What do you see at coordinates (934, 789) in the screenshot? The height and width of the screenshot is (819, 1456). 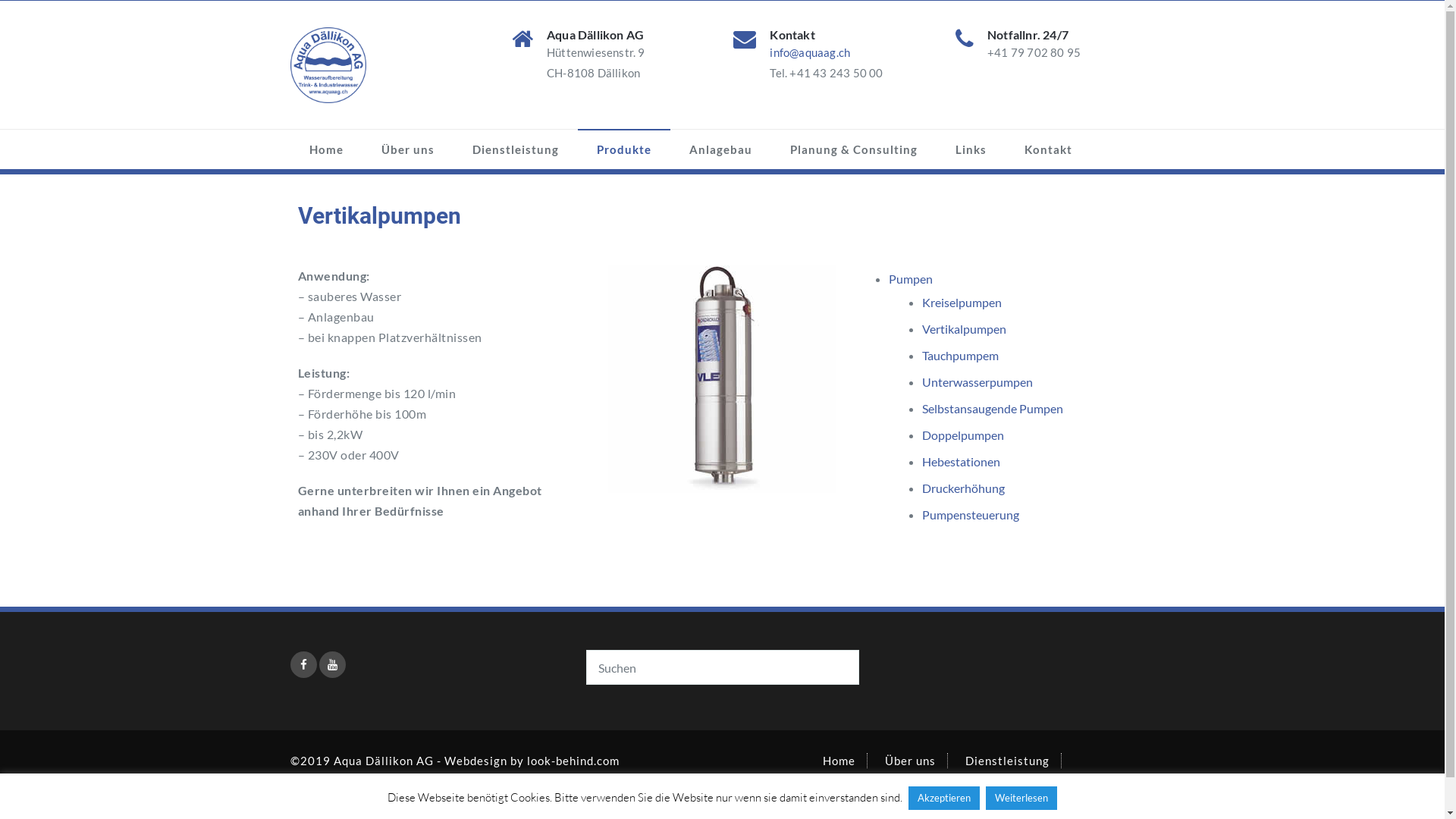 I see `'Anlagebau'` at bounding box center [934, 789].